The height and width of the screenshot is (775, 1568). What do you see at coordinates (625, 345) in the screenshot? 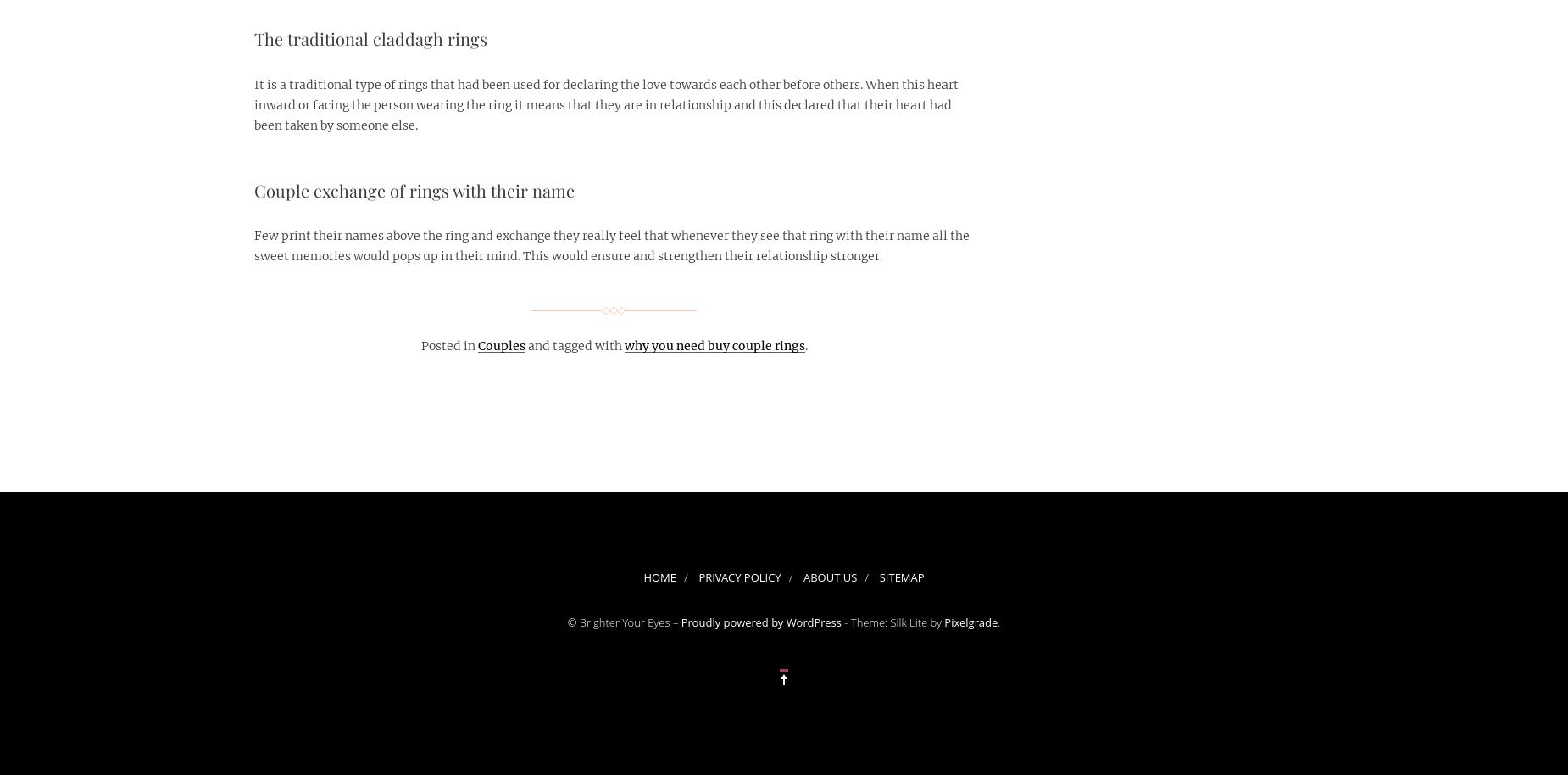
I see `'why you need buy couple rings'` at bounding box center [625, 345].